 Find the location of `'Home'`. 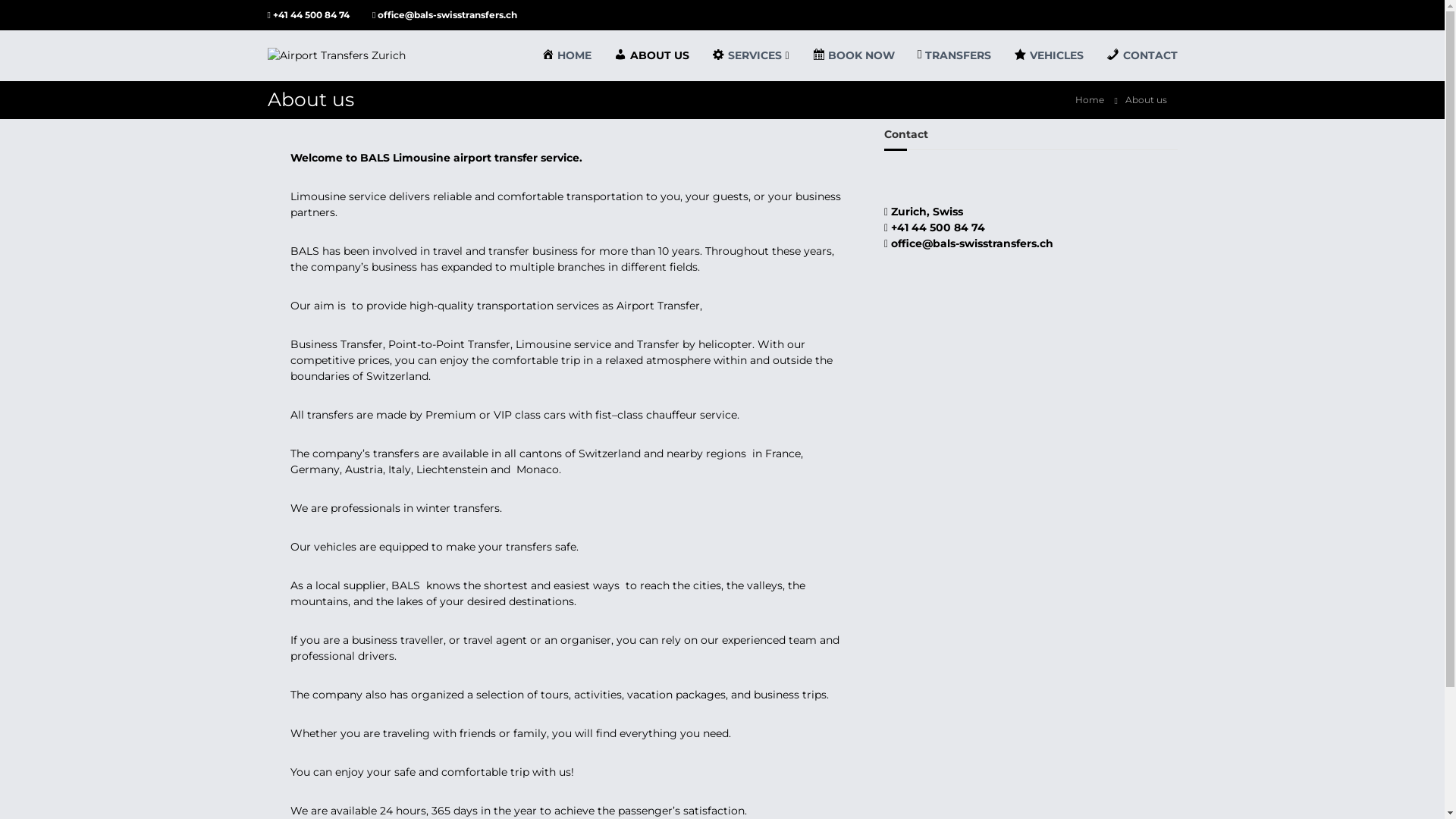

'Home' is located at coordinates (1088, 99).